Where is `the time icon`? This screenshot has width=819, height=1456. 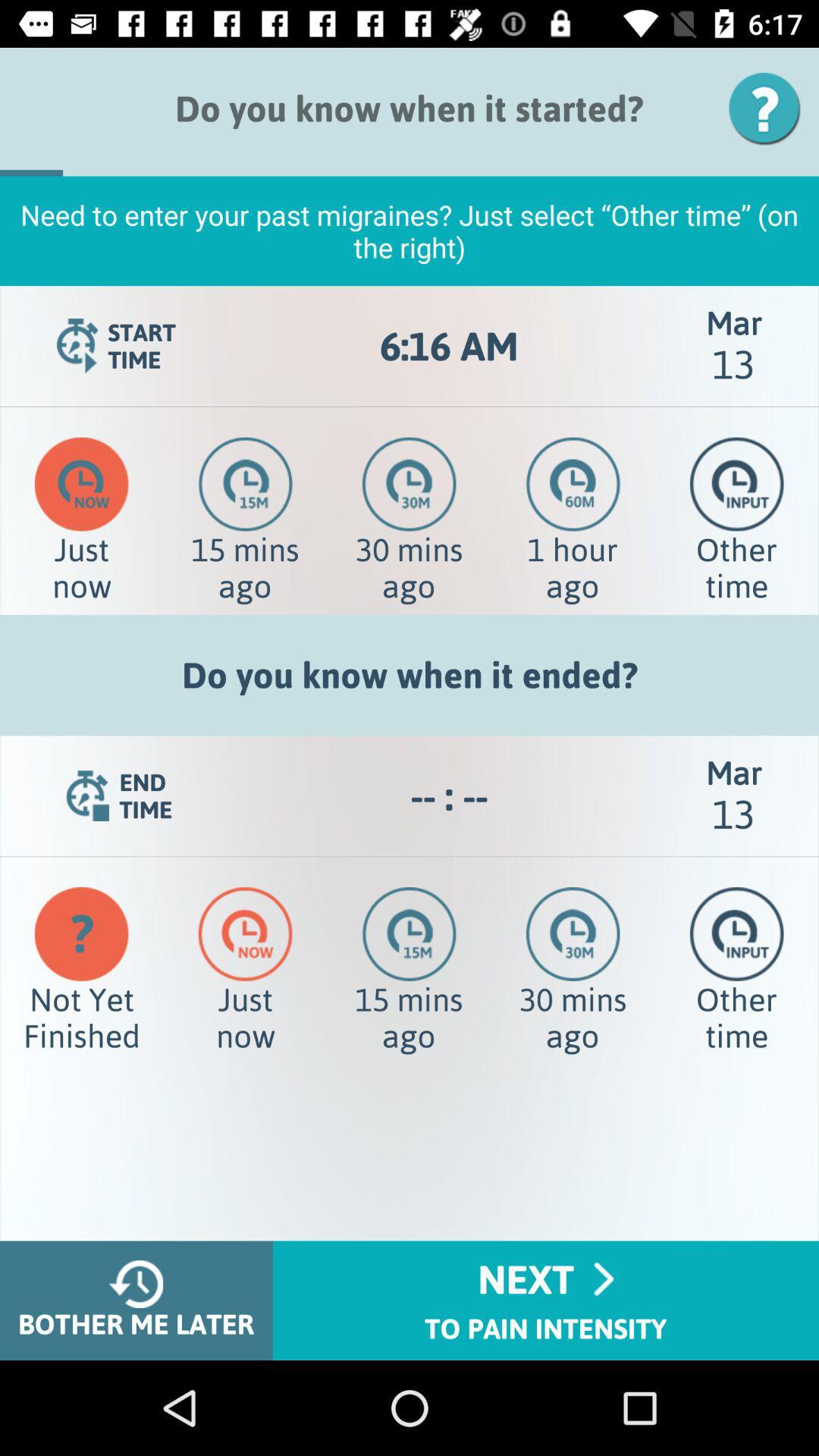
the time icon is located at coordinates (573, 483).